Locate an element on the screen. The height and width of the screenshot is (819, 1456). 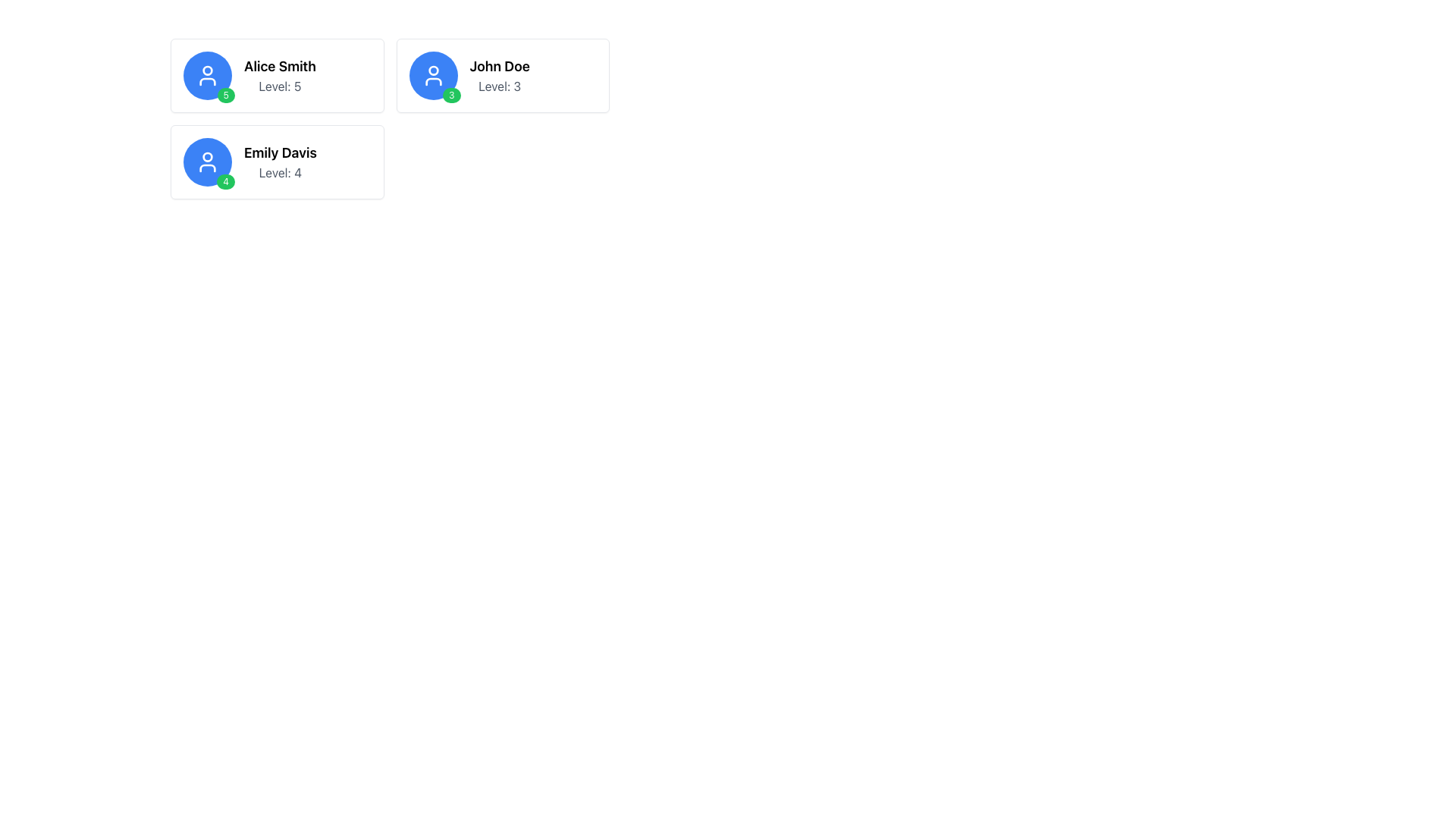
the Circle Shape representing the head within the user avatar icon on the card labeled 'Emily Davis Level: 4' located in the bottom-left of the grid is located at coordinates (206, 157).